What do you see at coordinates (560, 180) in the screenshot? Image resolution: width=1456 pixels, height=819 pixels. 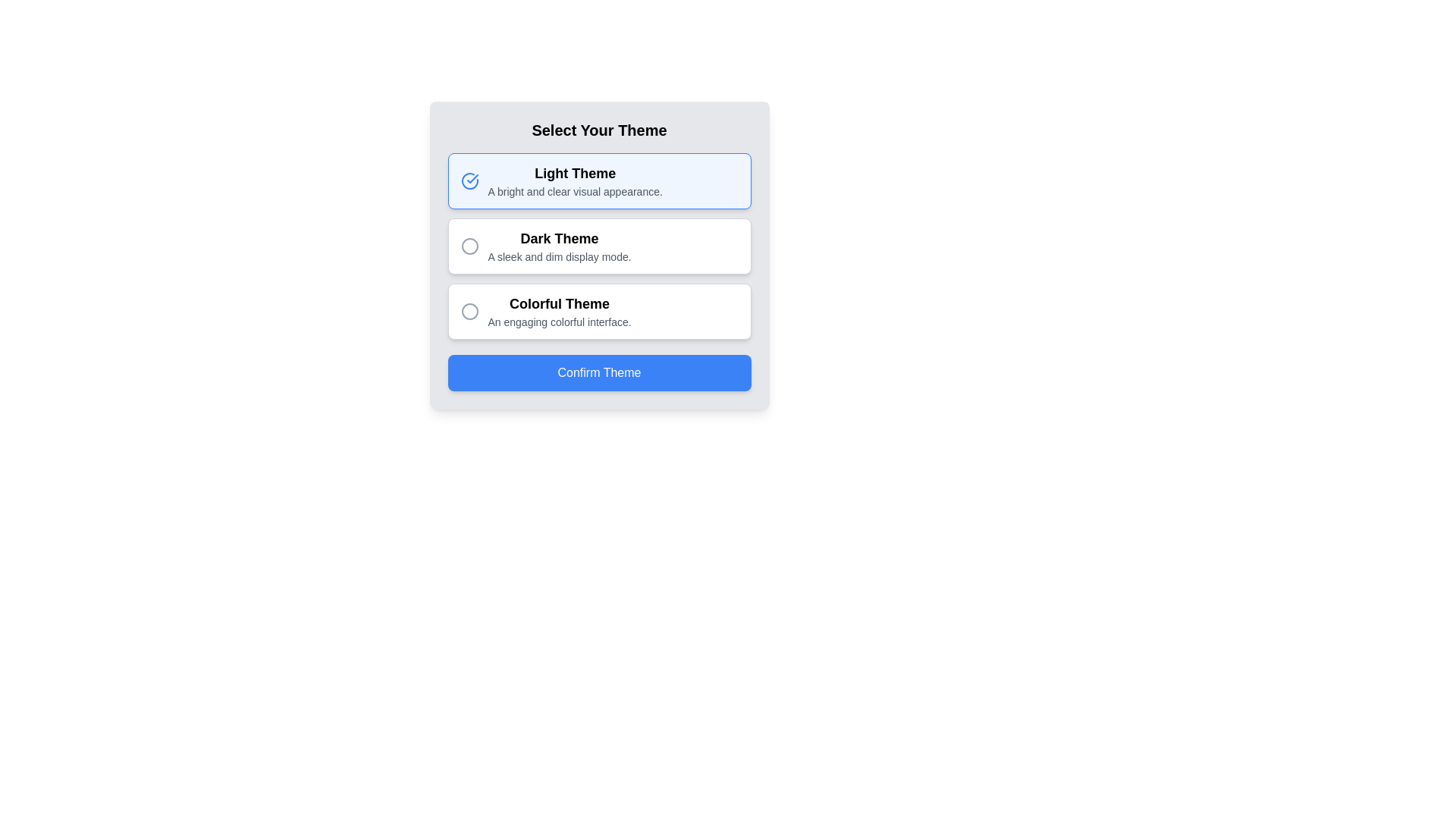 I see `the 'Light Theme' text element with the associated blue checkmark icon located within the first option in the list of theme selections` at bounding box center [560, 180].